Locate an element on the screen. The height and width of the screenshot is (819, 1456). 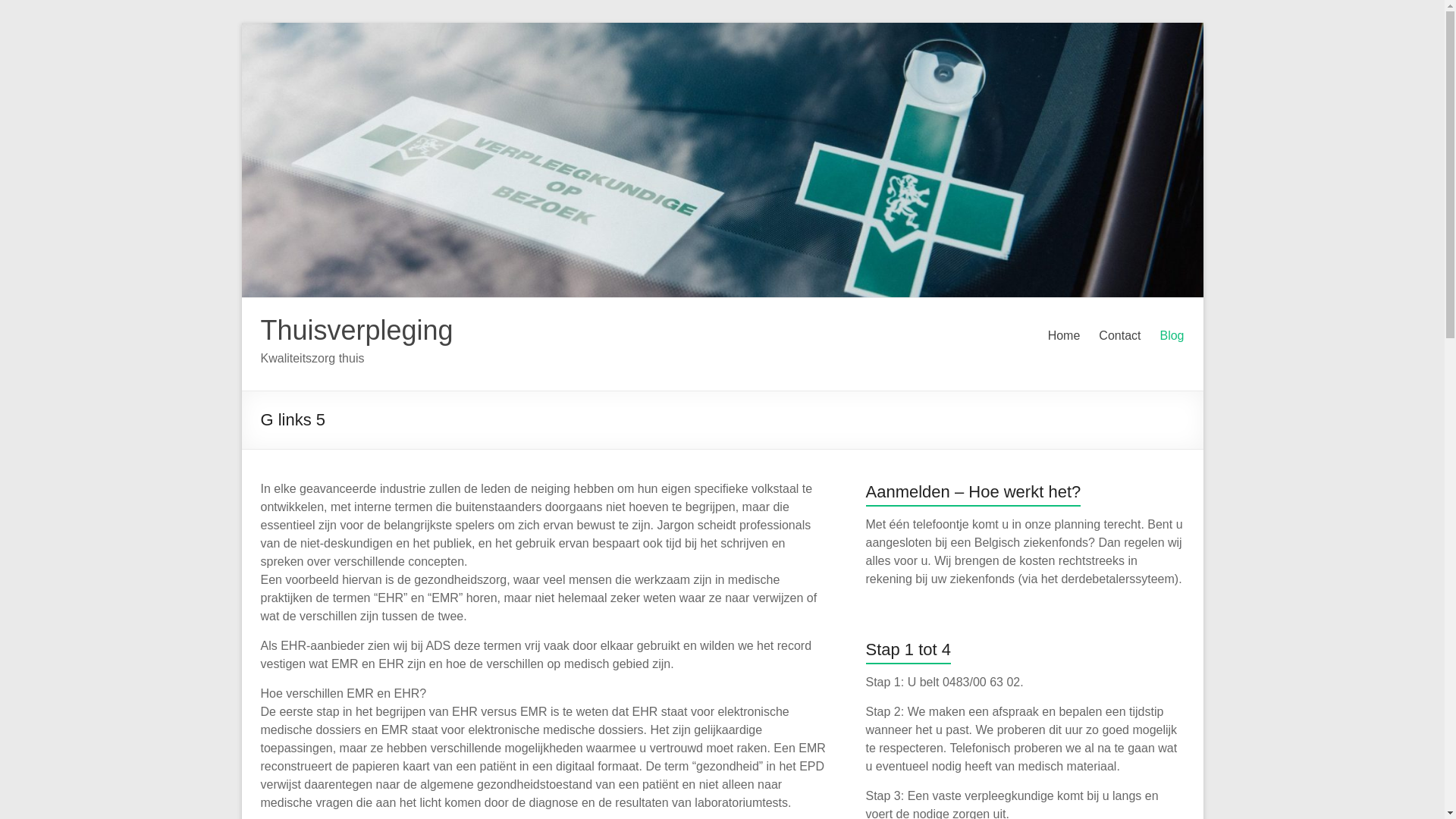
'Contact' is located at coordinates (1119, 335).